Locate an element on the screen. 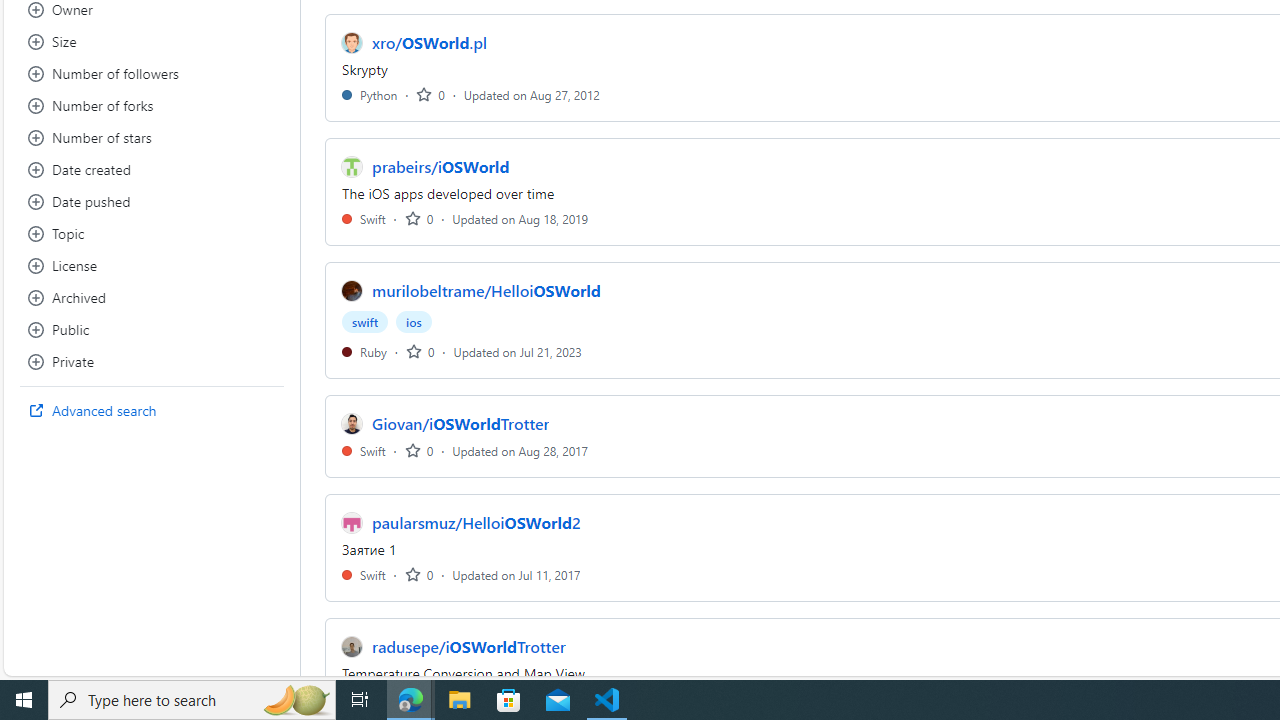  'Updated on Aug 28, 2017' is located at coordinates (520, 450).